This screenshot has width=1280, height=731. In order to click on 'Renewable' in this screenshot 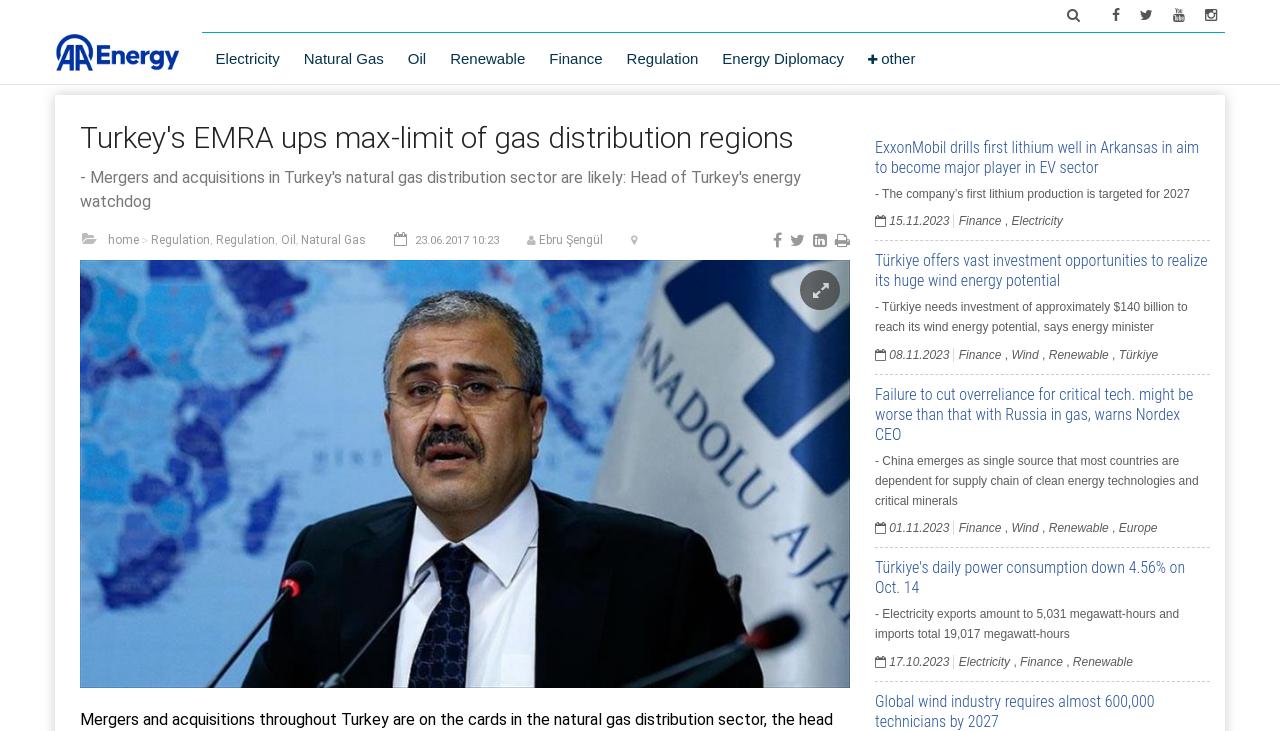, I will do `click(449, 57)`.